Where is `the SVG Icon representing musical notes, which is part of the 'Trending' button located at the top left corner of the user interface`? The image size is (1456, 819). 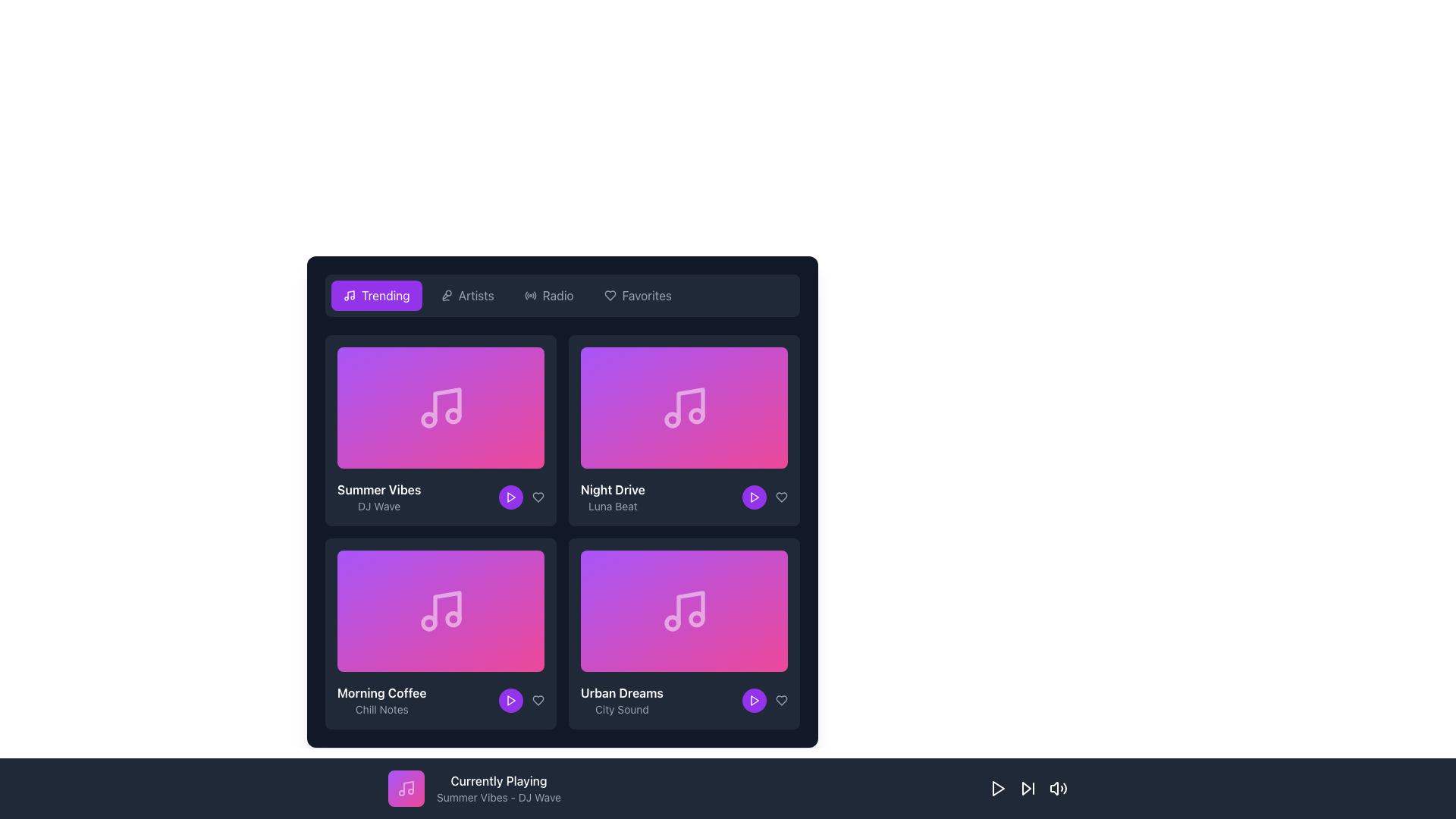 the SVG Icon representing musical notes, which is part of the 'Trending' button located at the top left corner of the user interface is located at coordinates (348, 295).